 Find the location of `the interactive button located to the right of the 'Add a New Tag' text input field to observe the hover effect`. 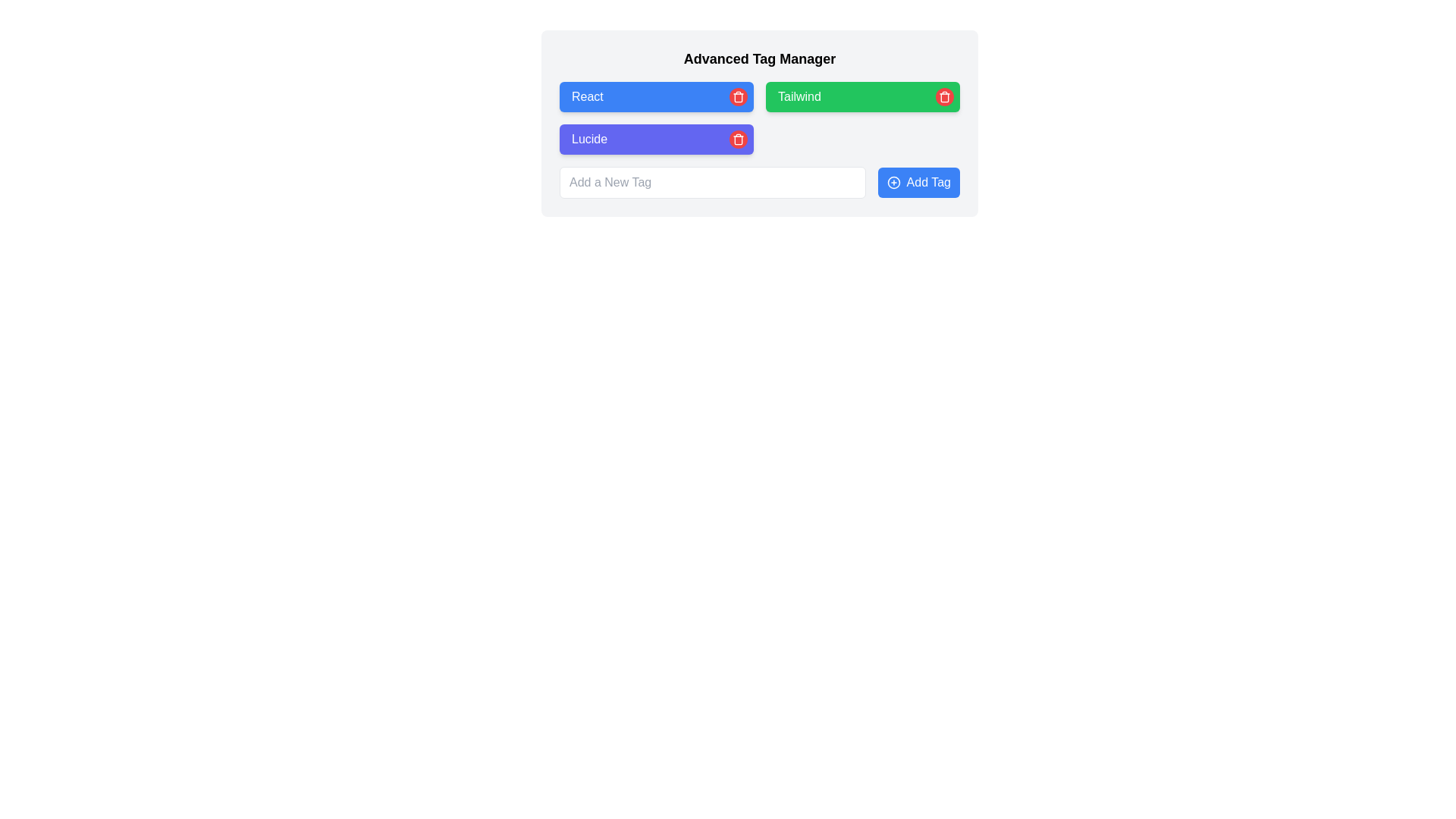

the interactive button located to the right of the 'Add a New Tag' text input field to observe the hover effect is located at coordinates (918, 181).